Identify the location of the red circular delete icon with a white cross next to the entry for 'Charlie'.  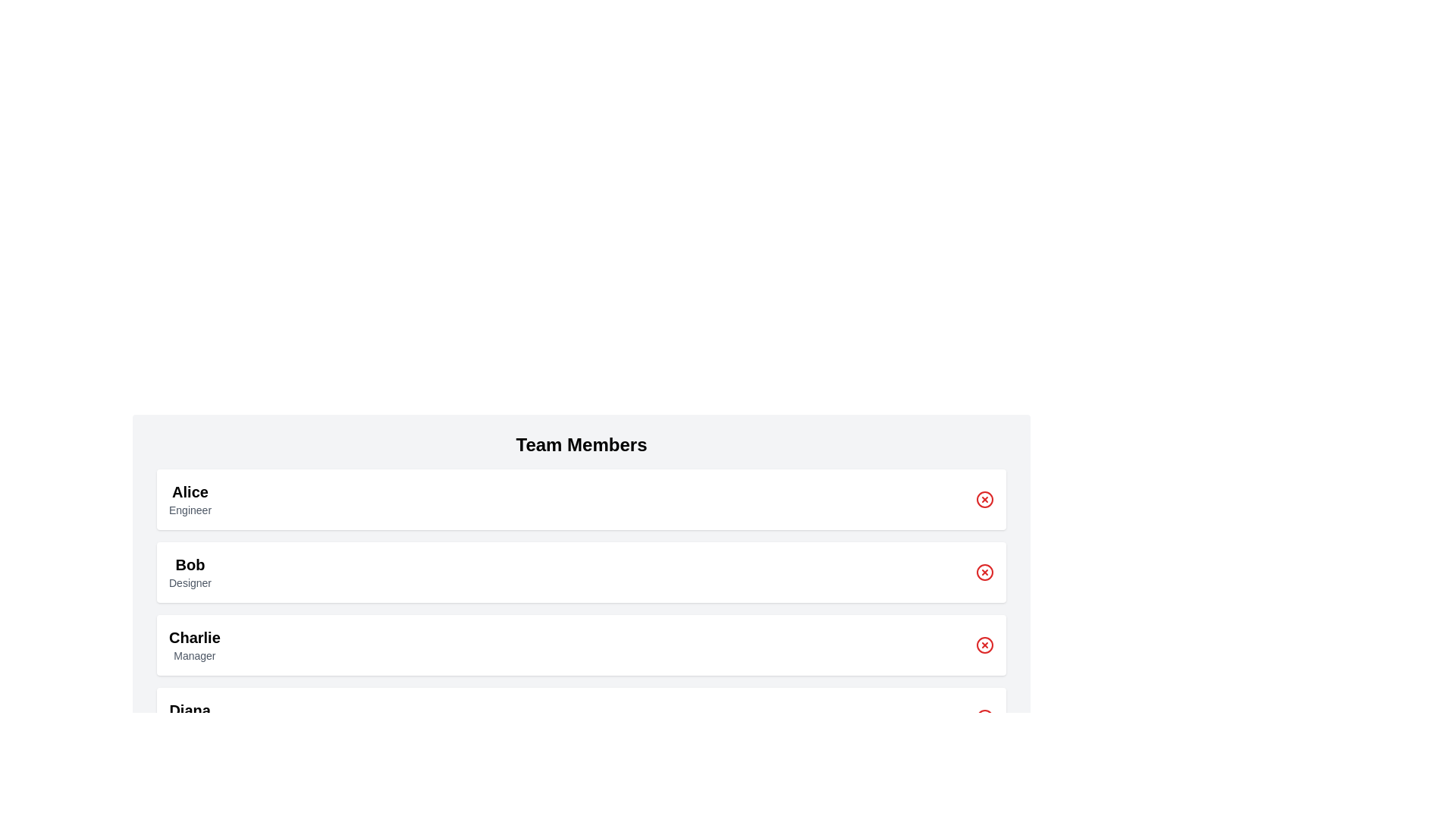
(985, 645).